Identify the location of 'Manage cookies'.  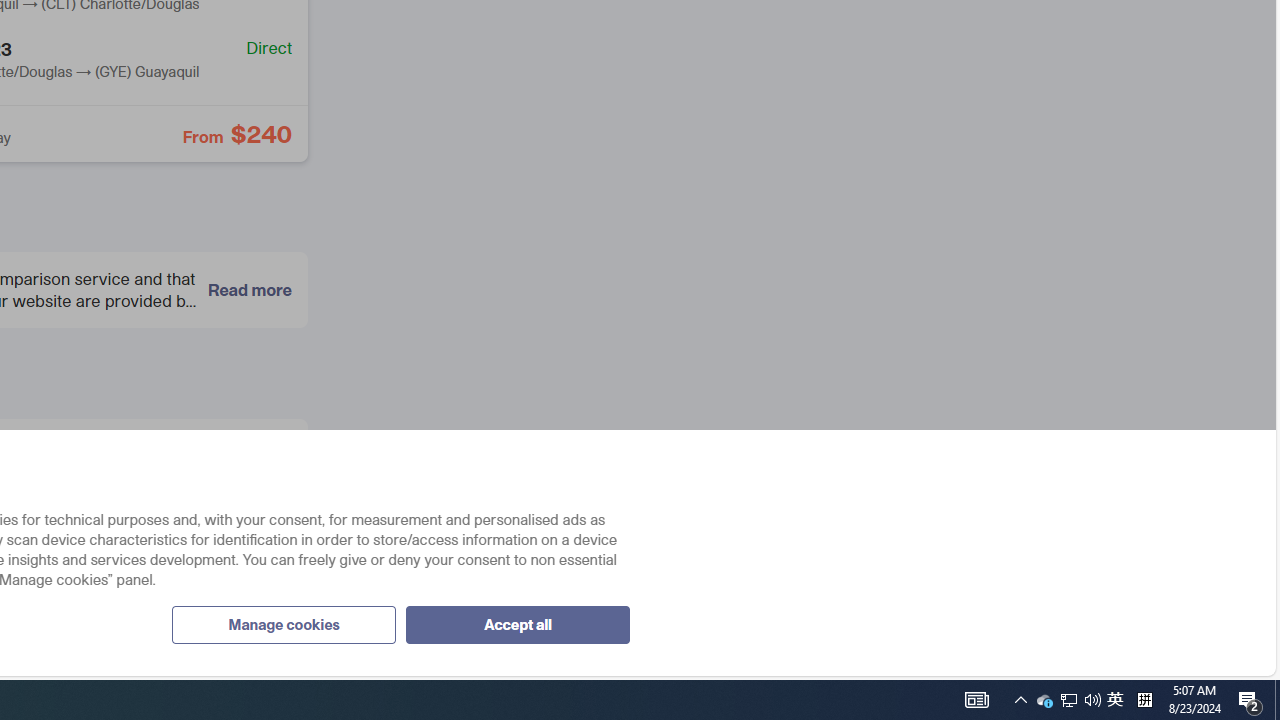
(282, 623).